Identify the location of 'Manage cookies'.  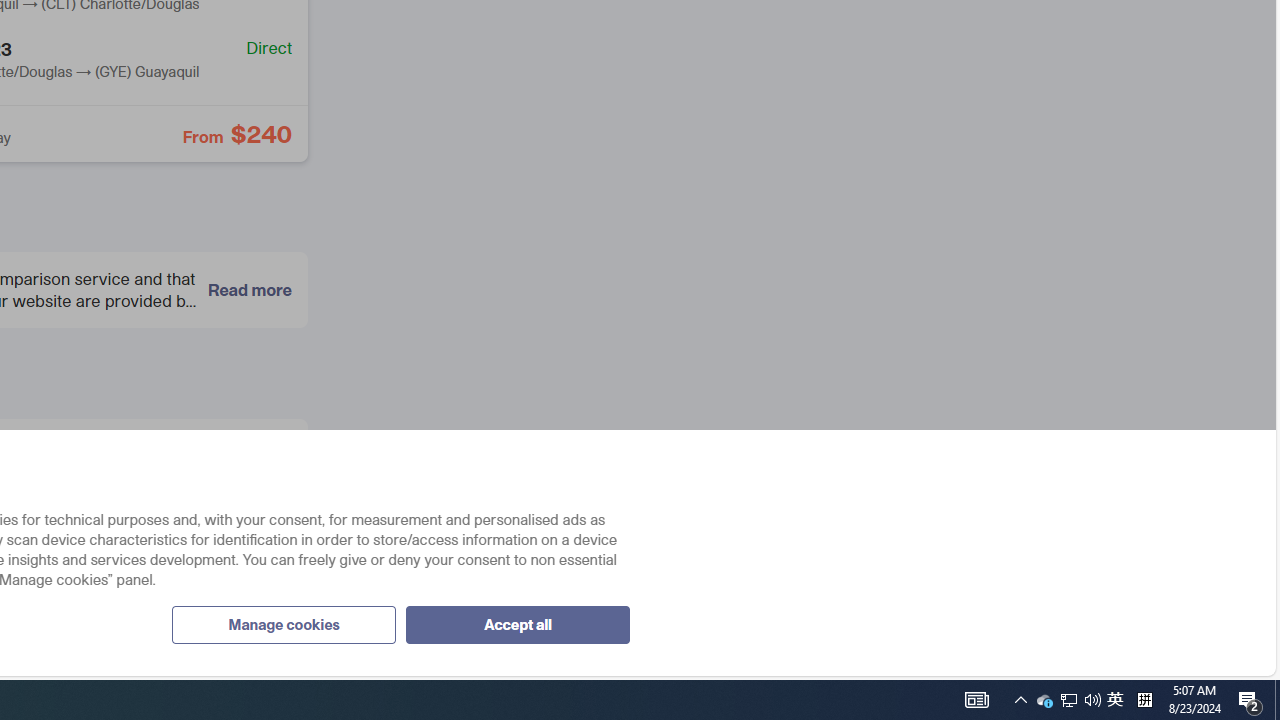
(282, 623).